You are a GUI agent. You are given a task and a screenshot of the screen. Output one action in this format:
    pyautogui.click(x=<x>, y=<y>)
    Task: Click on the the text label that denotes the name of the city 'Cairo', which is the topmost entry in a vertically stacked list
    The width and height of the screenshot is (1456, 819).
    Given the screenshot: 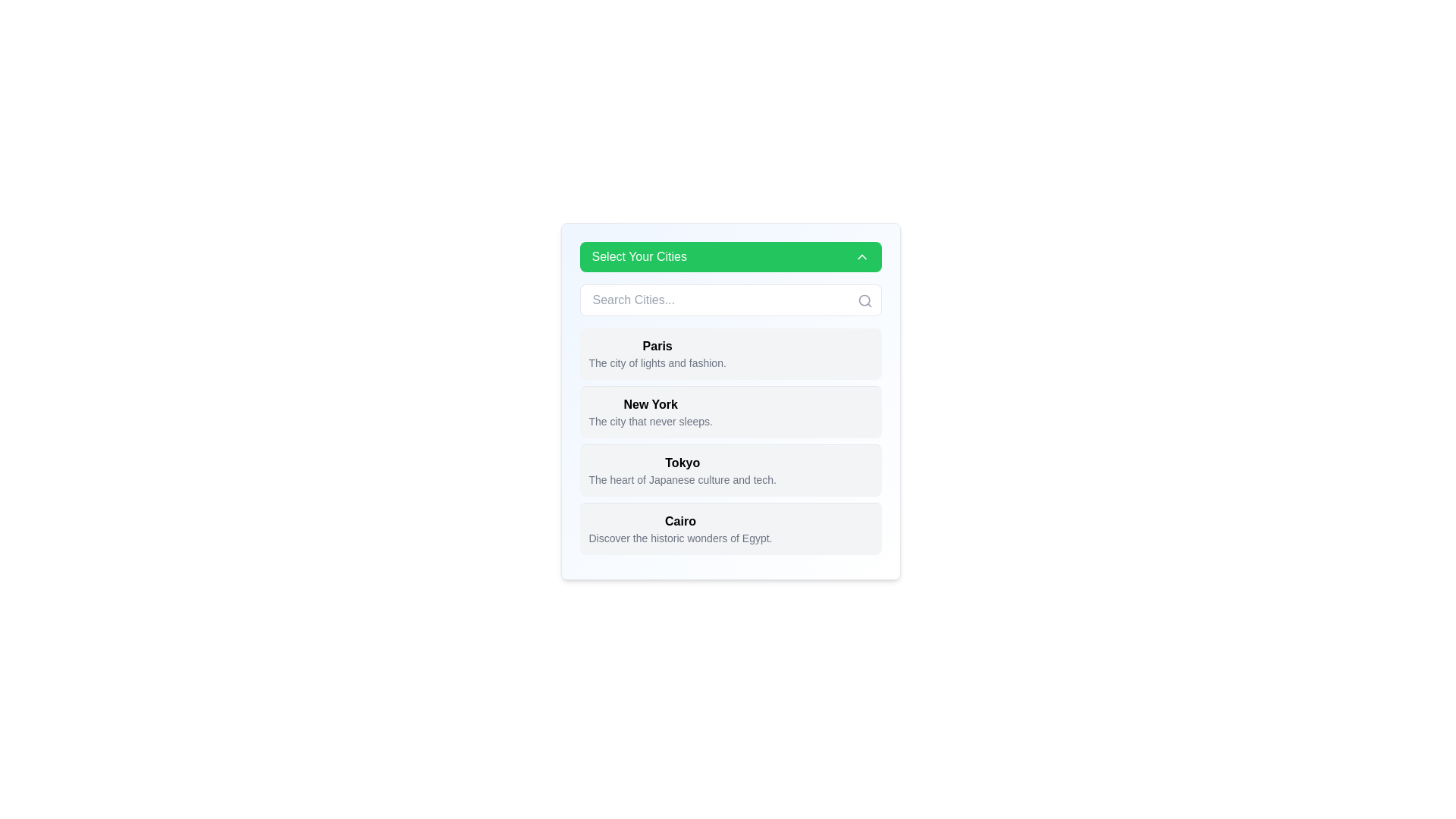 What is the action you would take?
    pyautogui.click(x=679, y=520)
    